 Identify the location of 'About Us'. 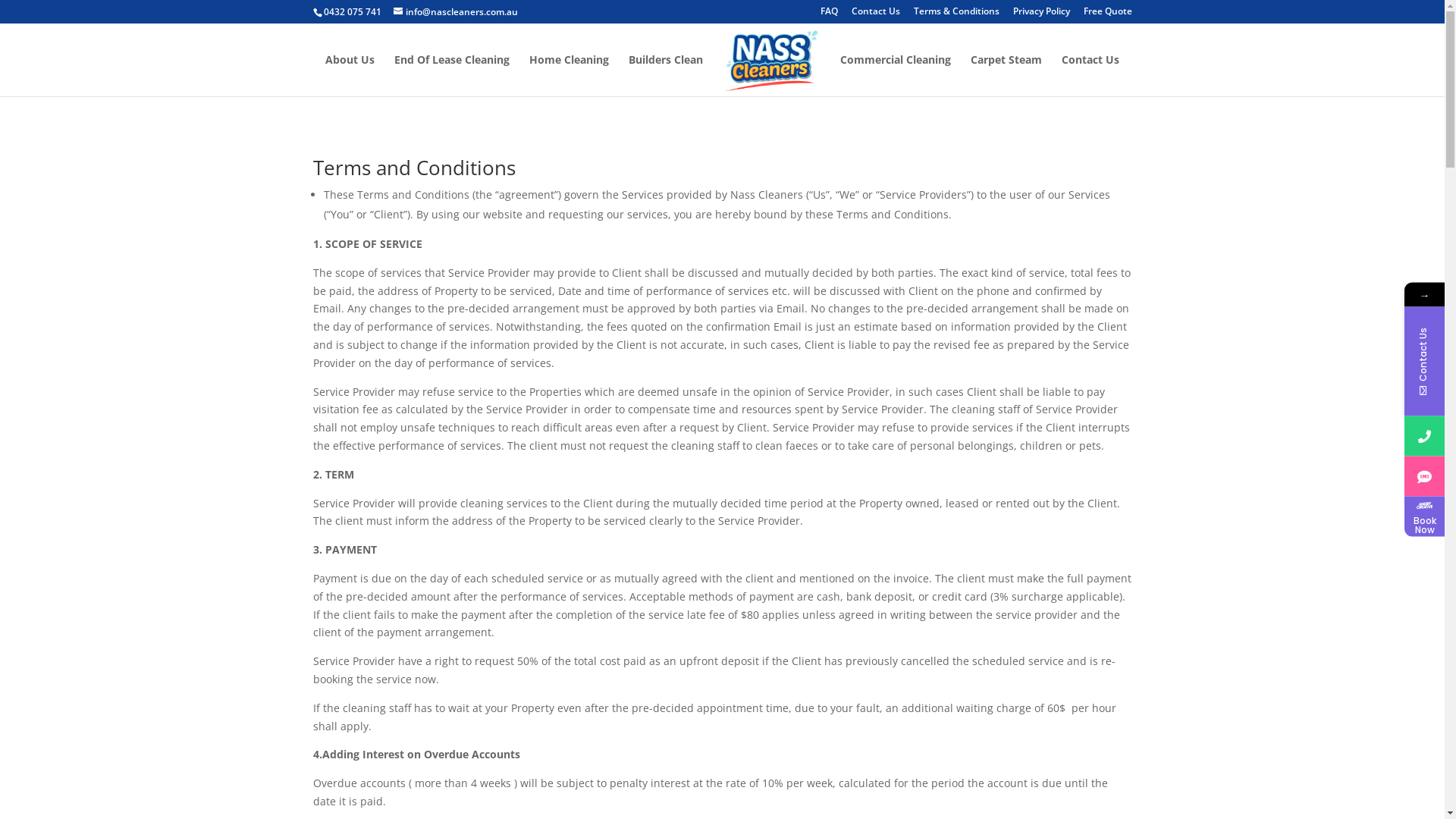
(349, 75).